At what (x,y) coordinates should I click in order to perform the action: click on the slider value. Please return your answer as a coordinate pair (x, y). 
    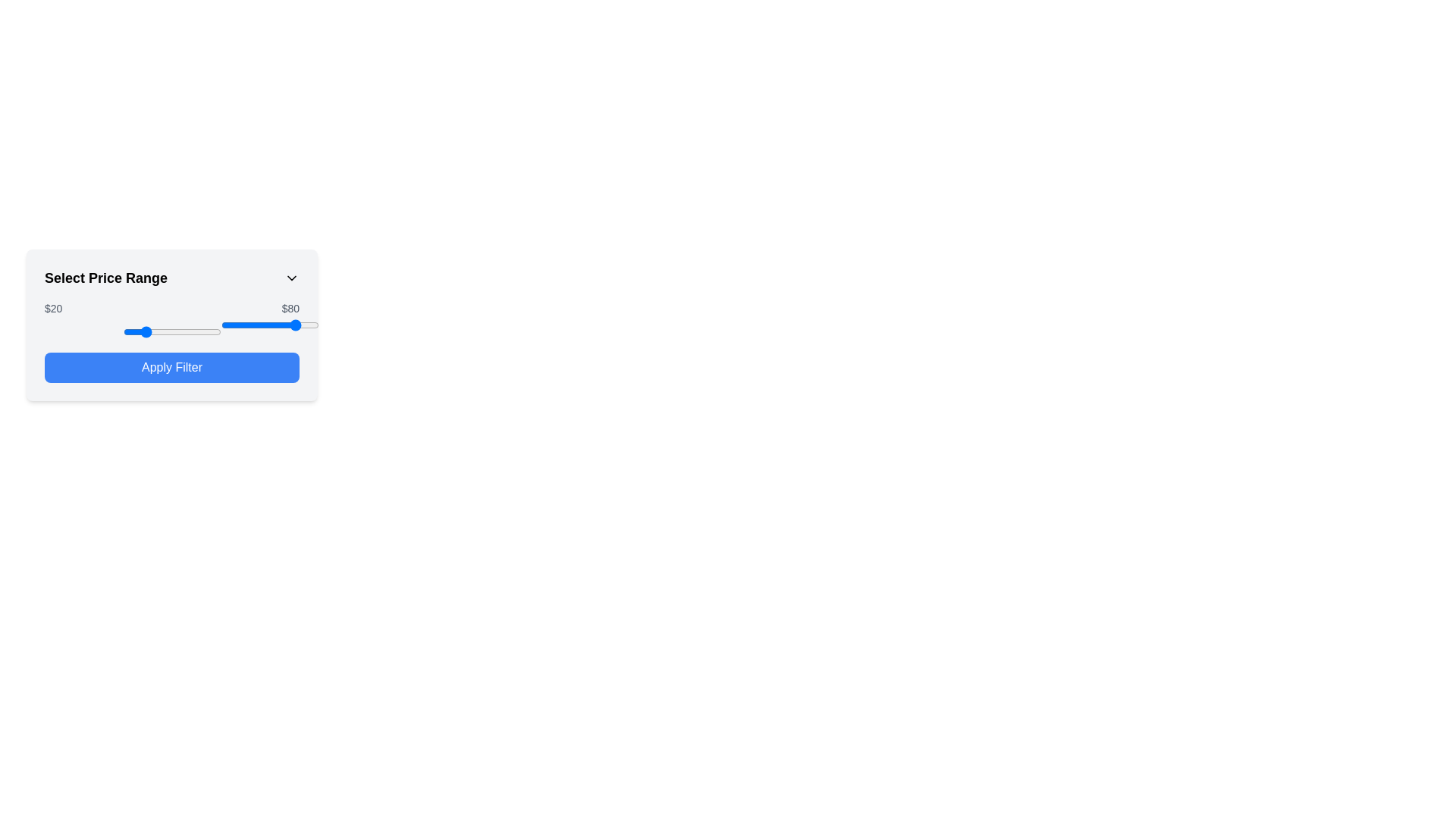
    Looking at the image, I should click on (159, 331).